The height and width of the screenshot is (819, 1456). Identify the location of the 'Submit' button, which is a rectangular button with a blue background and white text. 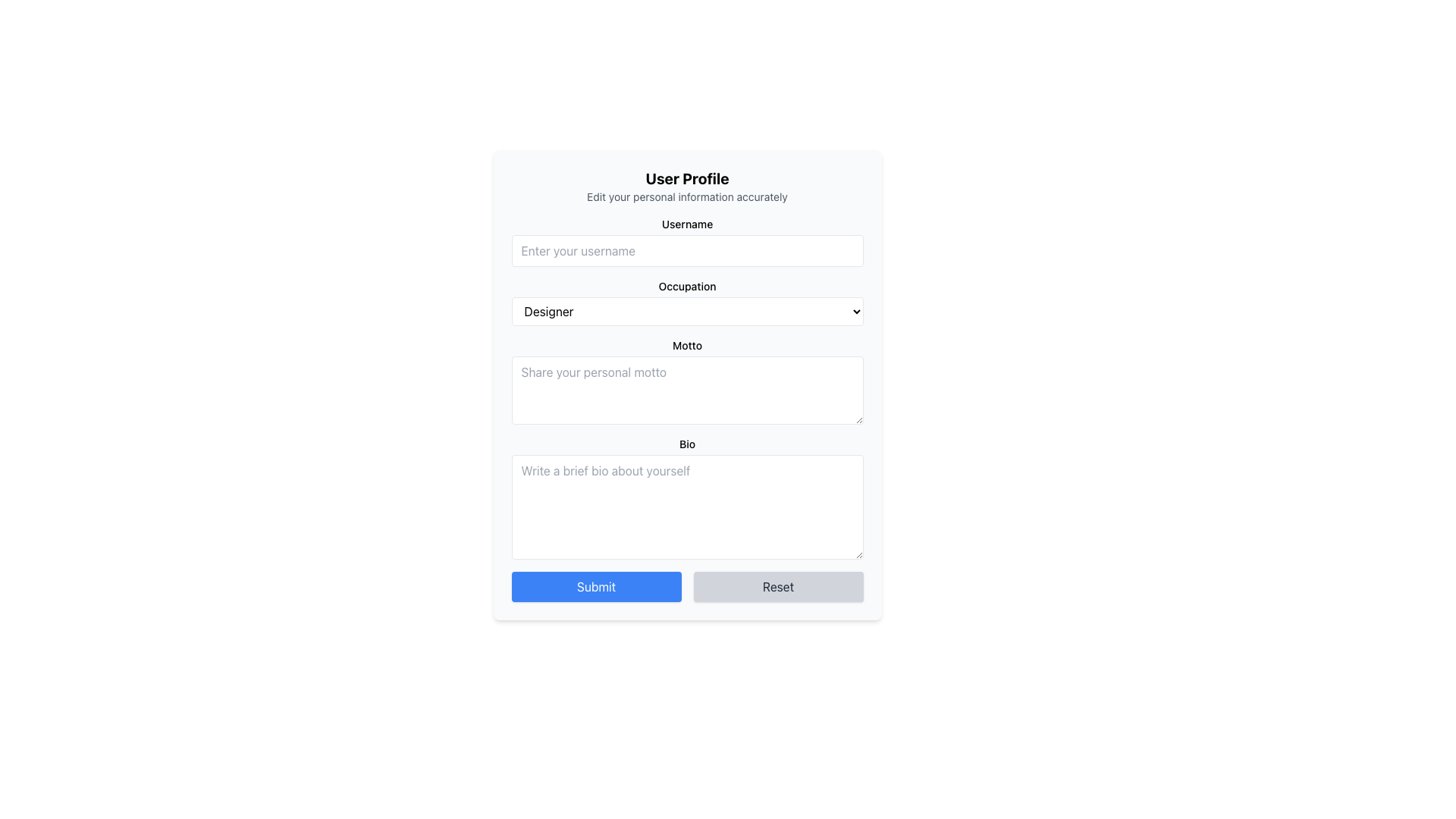
(595, 586).